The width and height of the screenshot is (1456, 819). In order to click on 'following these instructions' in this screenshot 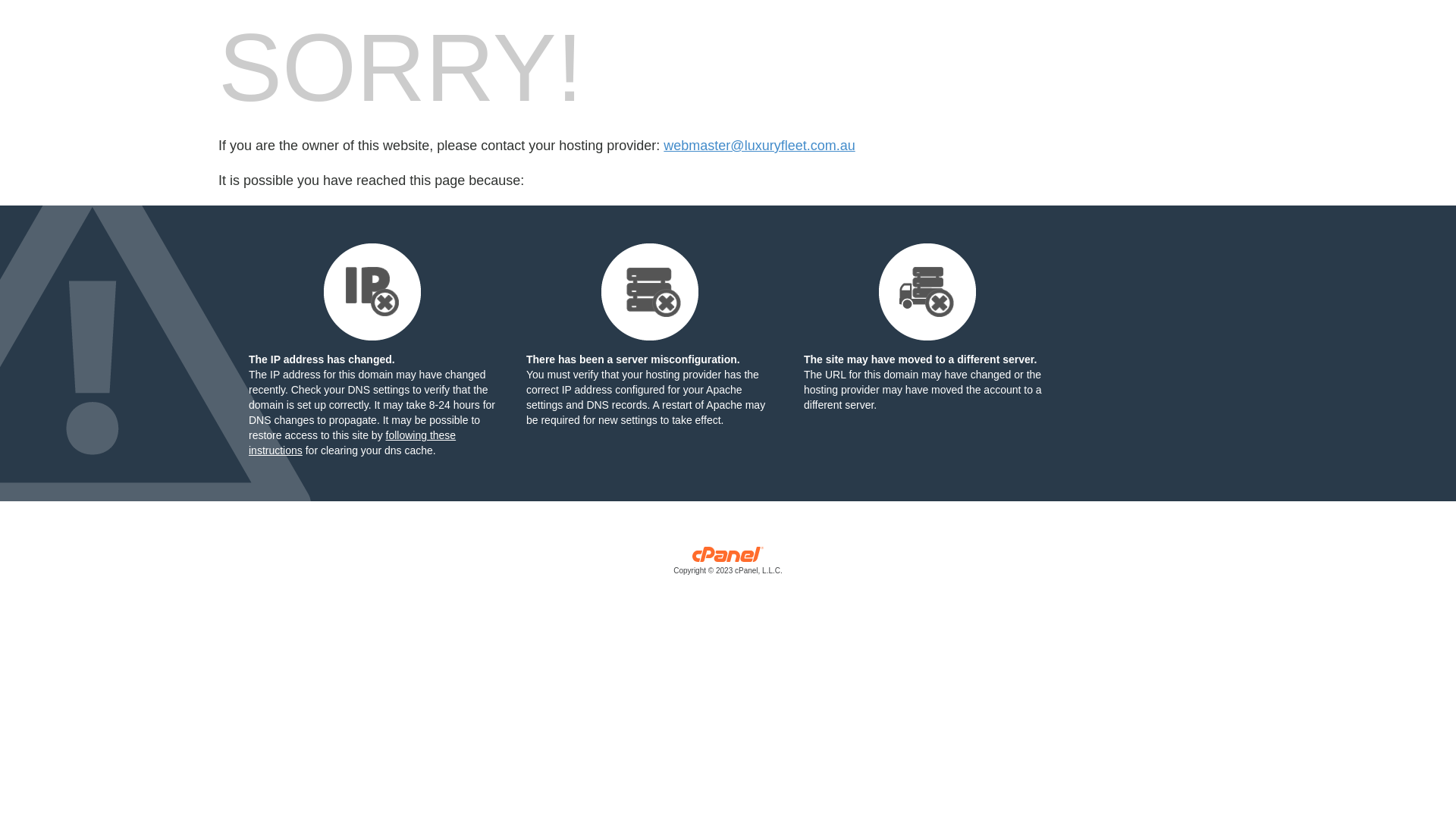, I will do `click(351, 442)`.